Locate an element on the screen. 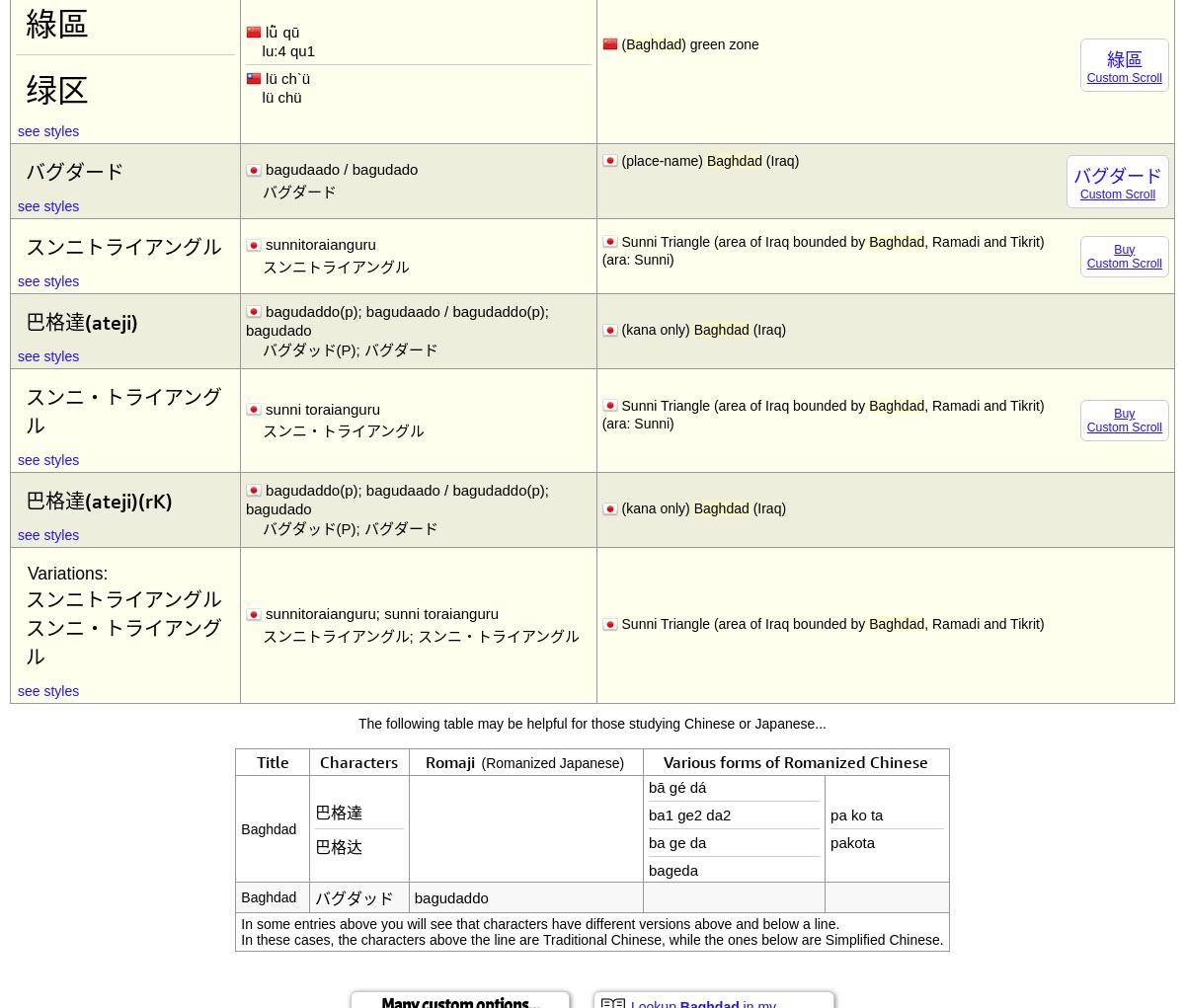 This screenshot has height=1008, width=1185. 'The following table may be helpful for those studying Chinese or Japanese...' is located at coordinates (591, 722).